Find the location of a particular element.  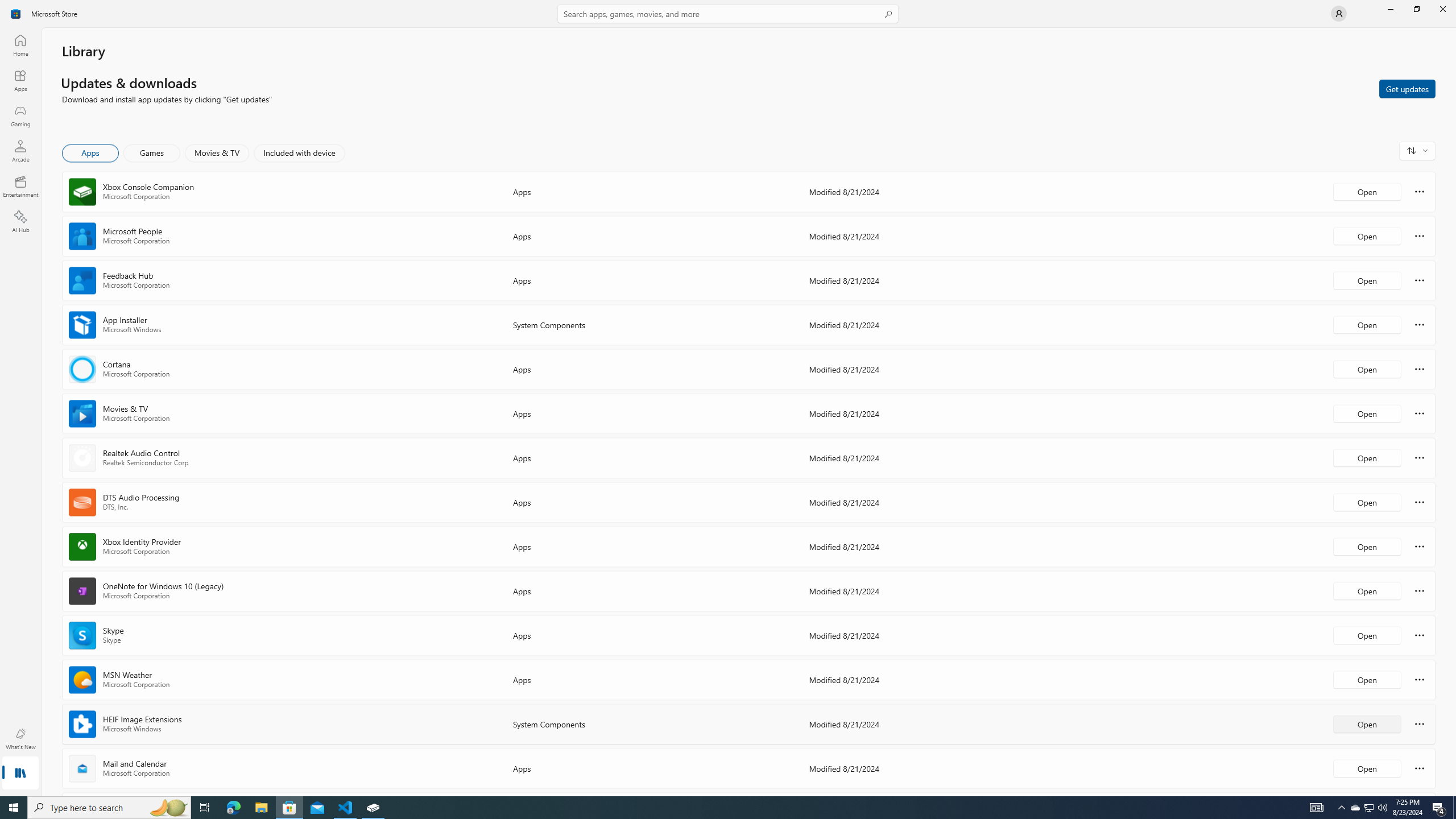

'Close Microsoft Store' is located at coordinates (1442, 9).